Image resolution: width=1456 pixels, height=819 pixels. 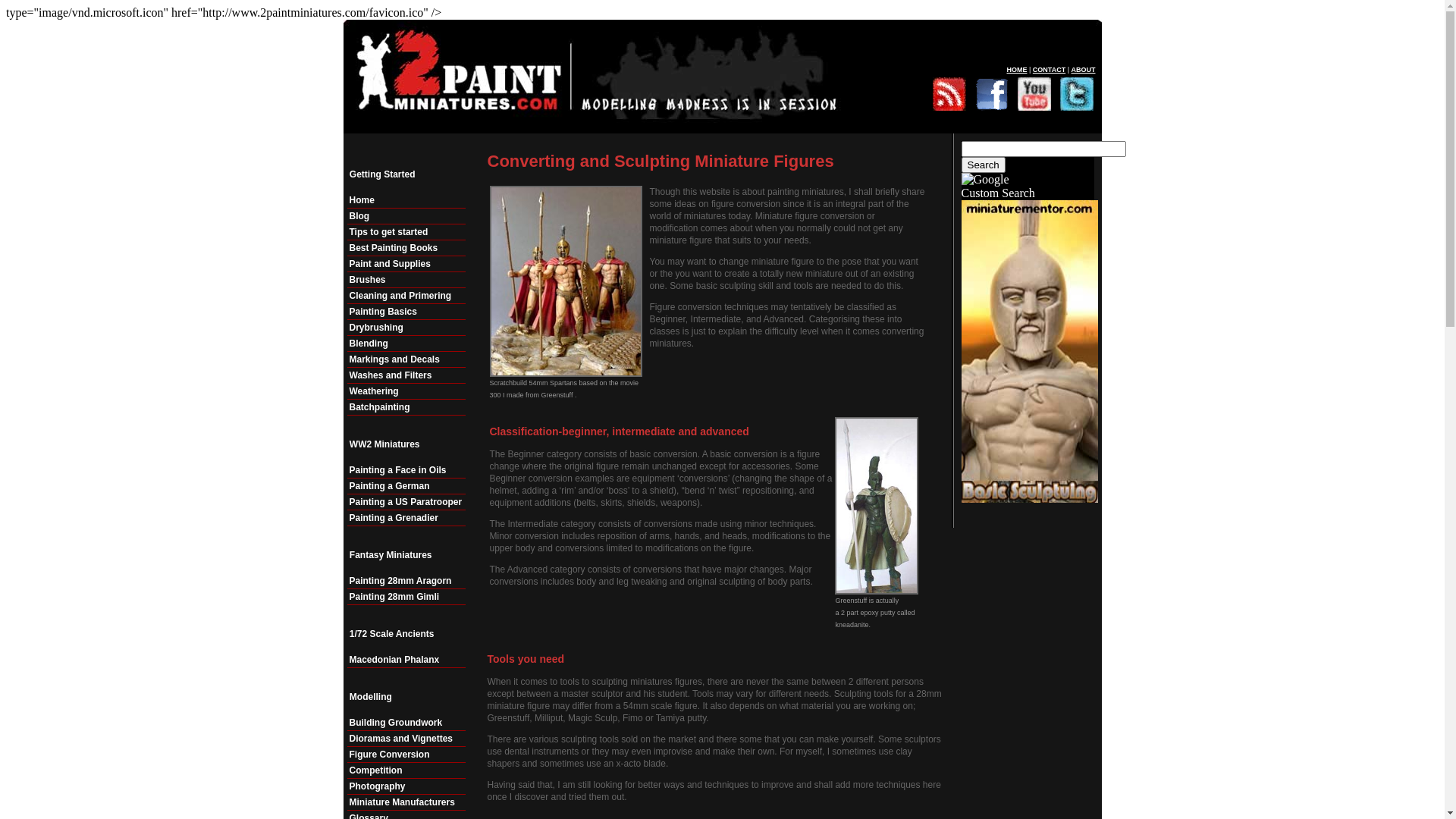 What do you see at coordinates (1048, 70) in the screenshot?
I see `'CONTACT'` at bounding box center [1048, 70].